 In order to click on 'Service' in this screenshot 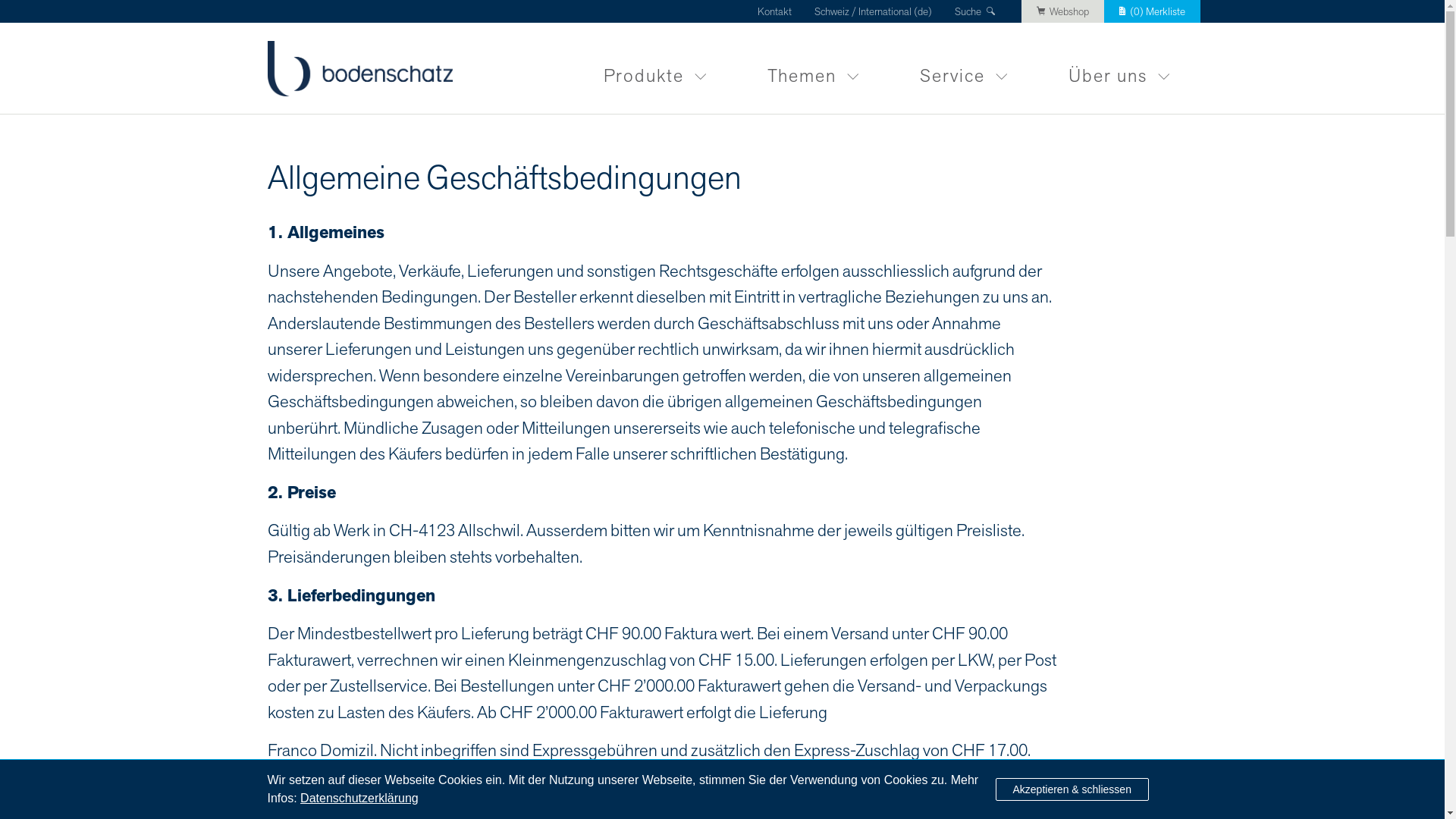, I will do `click(888, 67)`.